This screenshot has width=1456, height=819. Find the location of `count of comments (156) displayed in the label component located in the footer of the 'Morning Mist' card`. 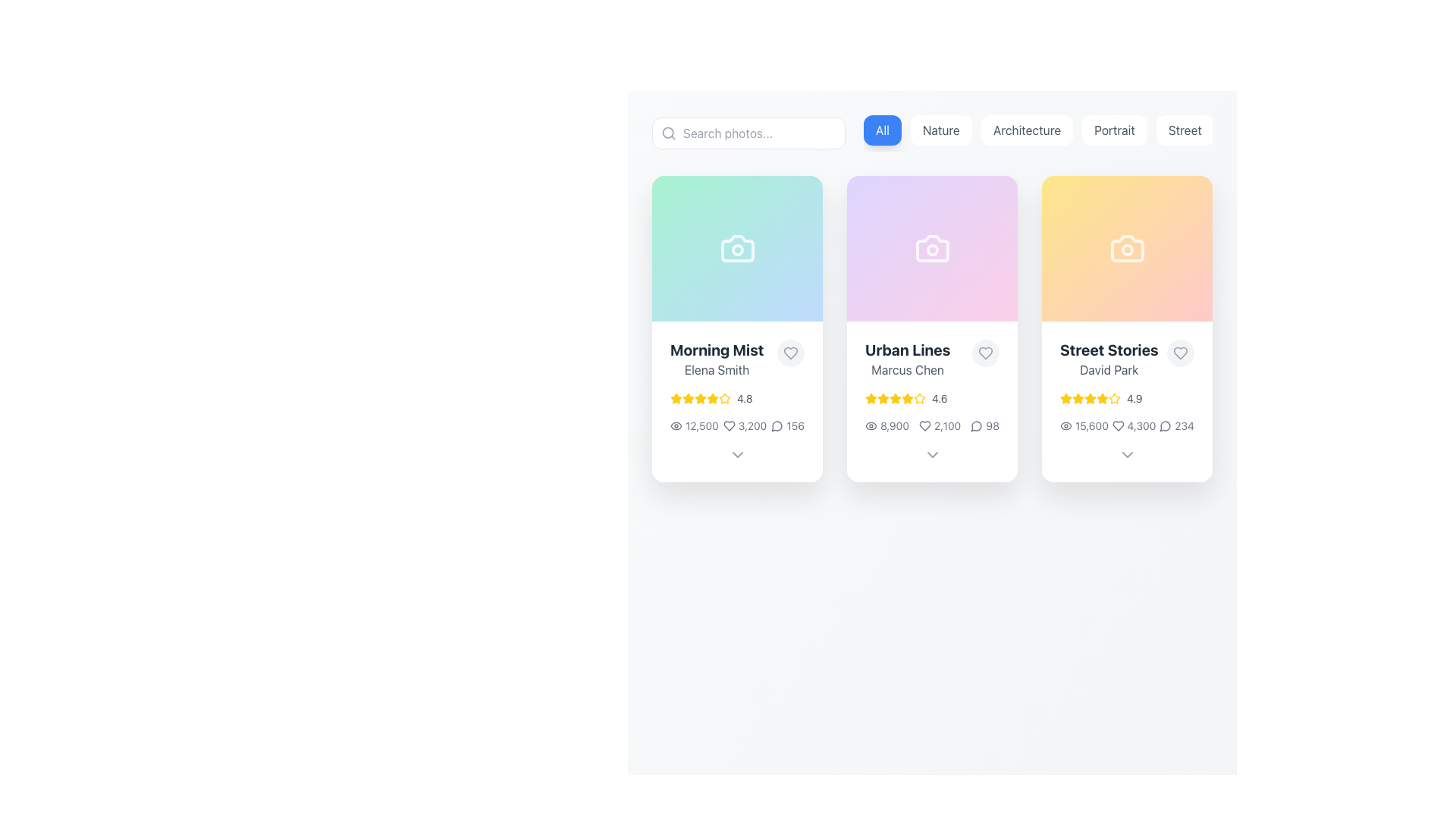

count of comments (156) displayed in the label component located in the footer of the 'Morning Mist' card is located at coordinates (788, 426).